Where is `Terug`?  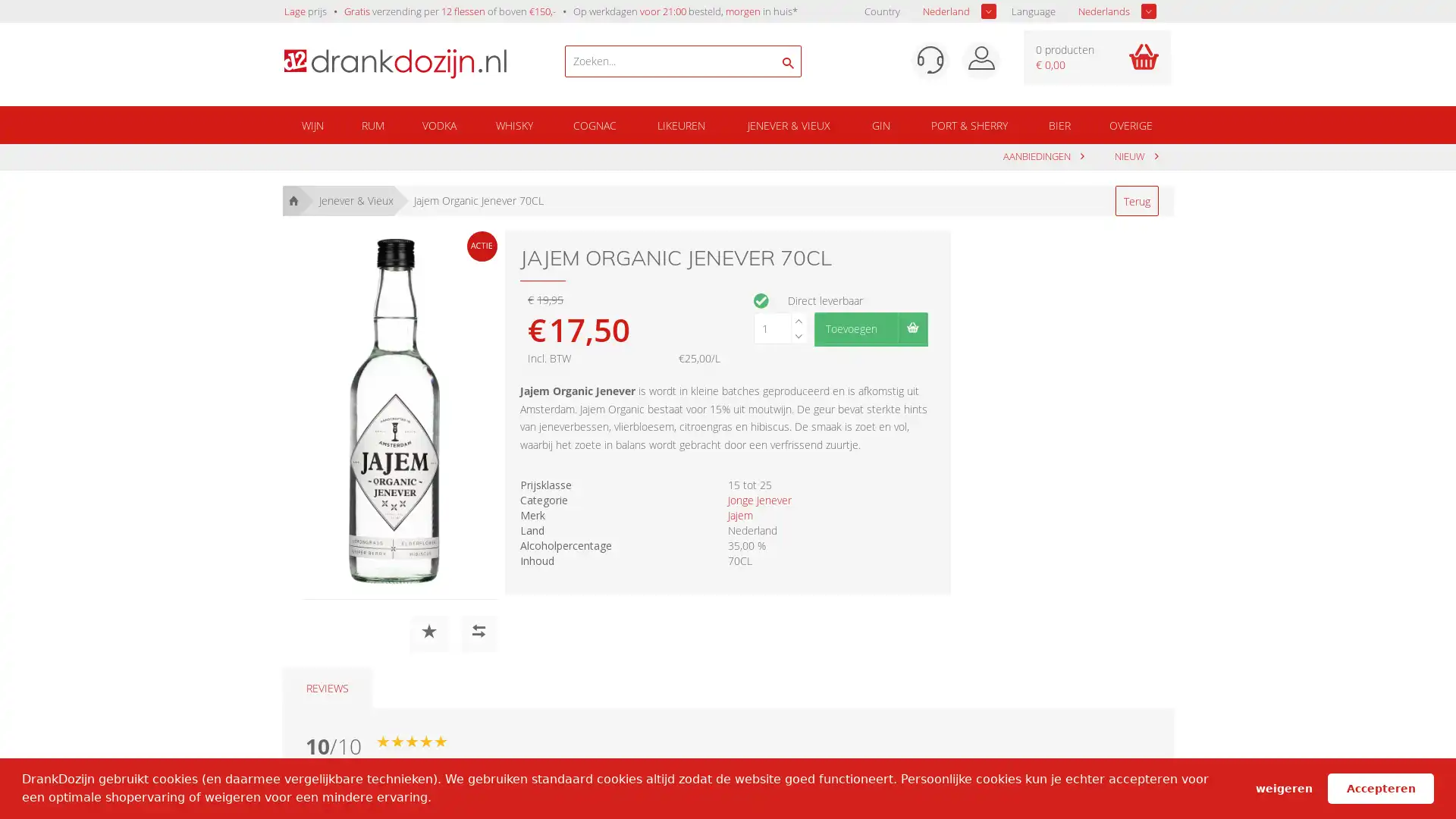 Terug is located at coordinates (1136, 200).